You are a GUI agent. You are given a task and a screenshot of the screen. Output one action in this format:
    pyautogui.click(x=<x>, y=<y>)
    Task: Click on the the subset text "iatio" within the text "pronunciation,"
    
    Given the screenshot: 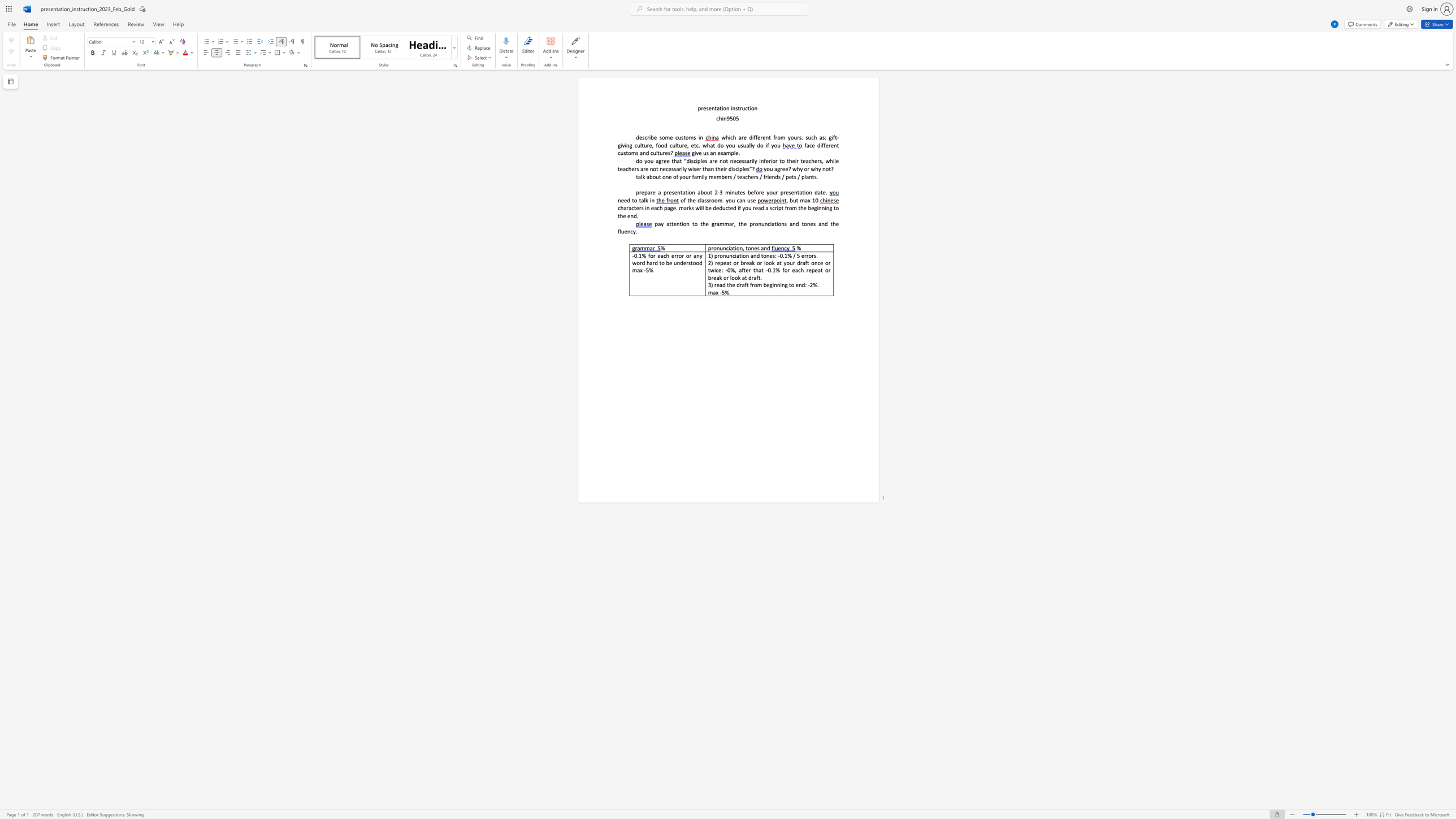 What is the action you would take?
    pyautogui.click(x=728, y=248)
    